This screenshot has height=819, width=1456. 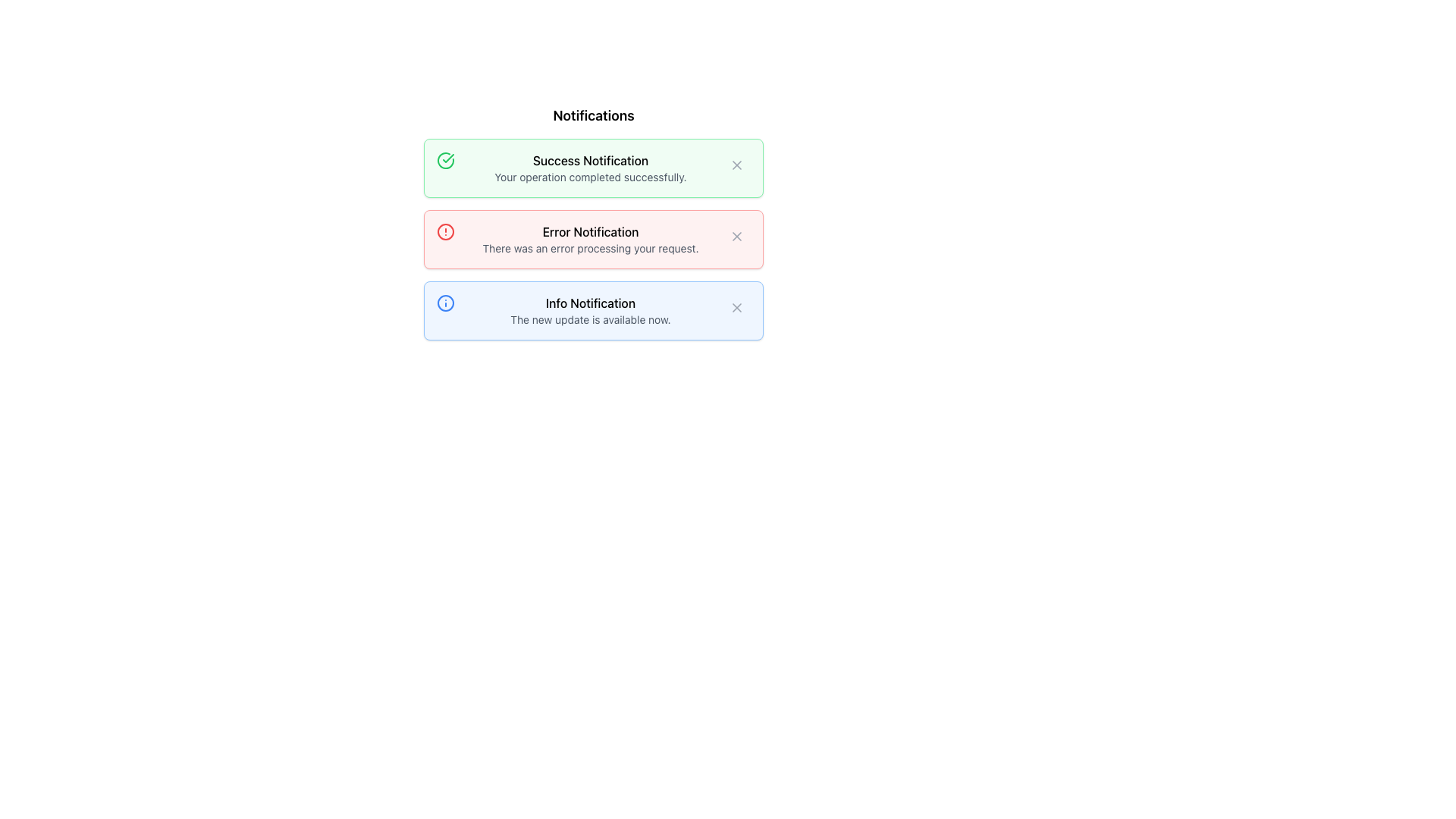 I want to click on the red circular SVG element that represents the 'Error Notification' in the notification icon, so click(x=445, y=231).